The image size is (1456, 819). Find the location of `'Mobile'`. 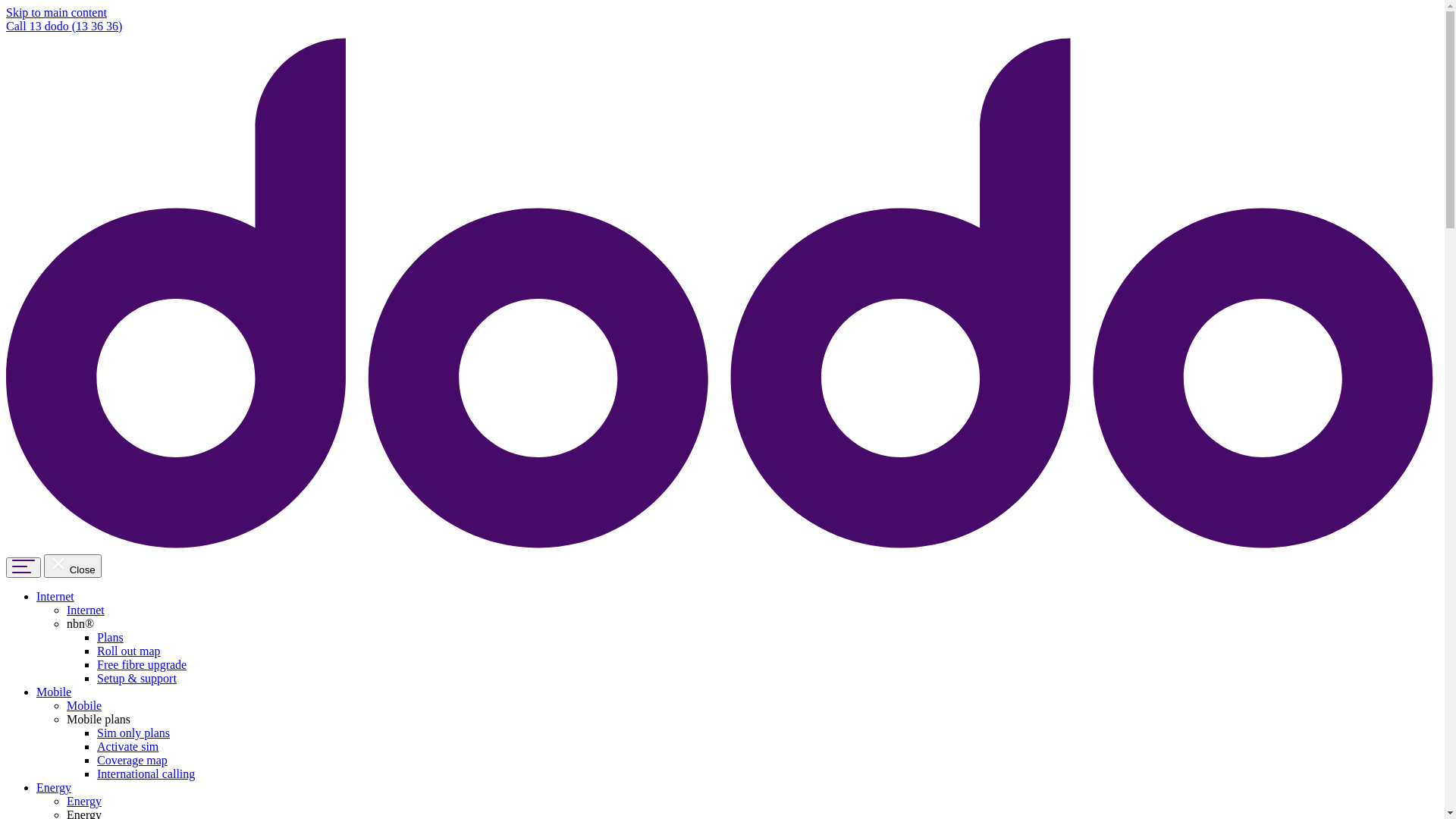

'Mobile' is located at coordinates (83, 705).